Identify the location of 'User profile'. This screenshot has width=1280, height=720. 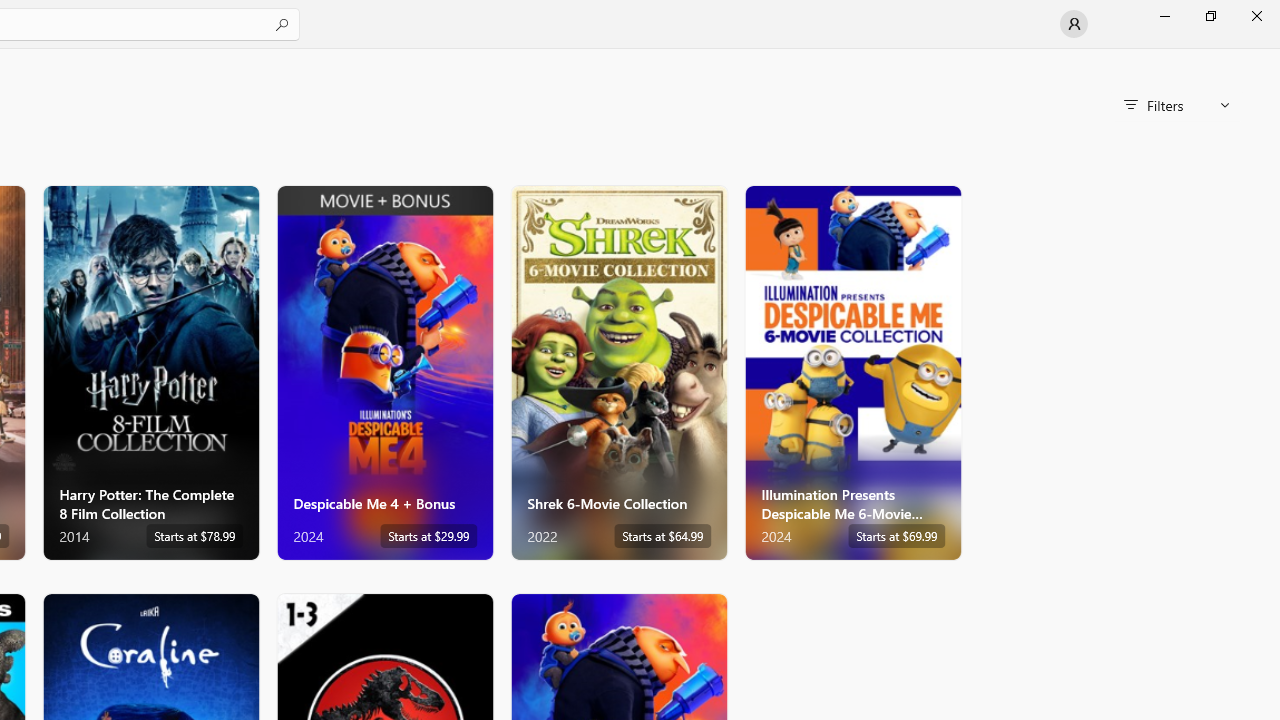
(1072, 24).